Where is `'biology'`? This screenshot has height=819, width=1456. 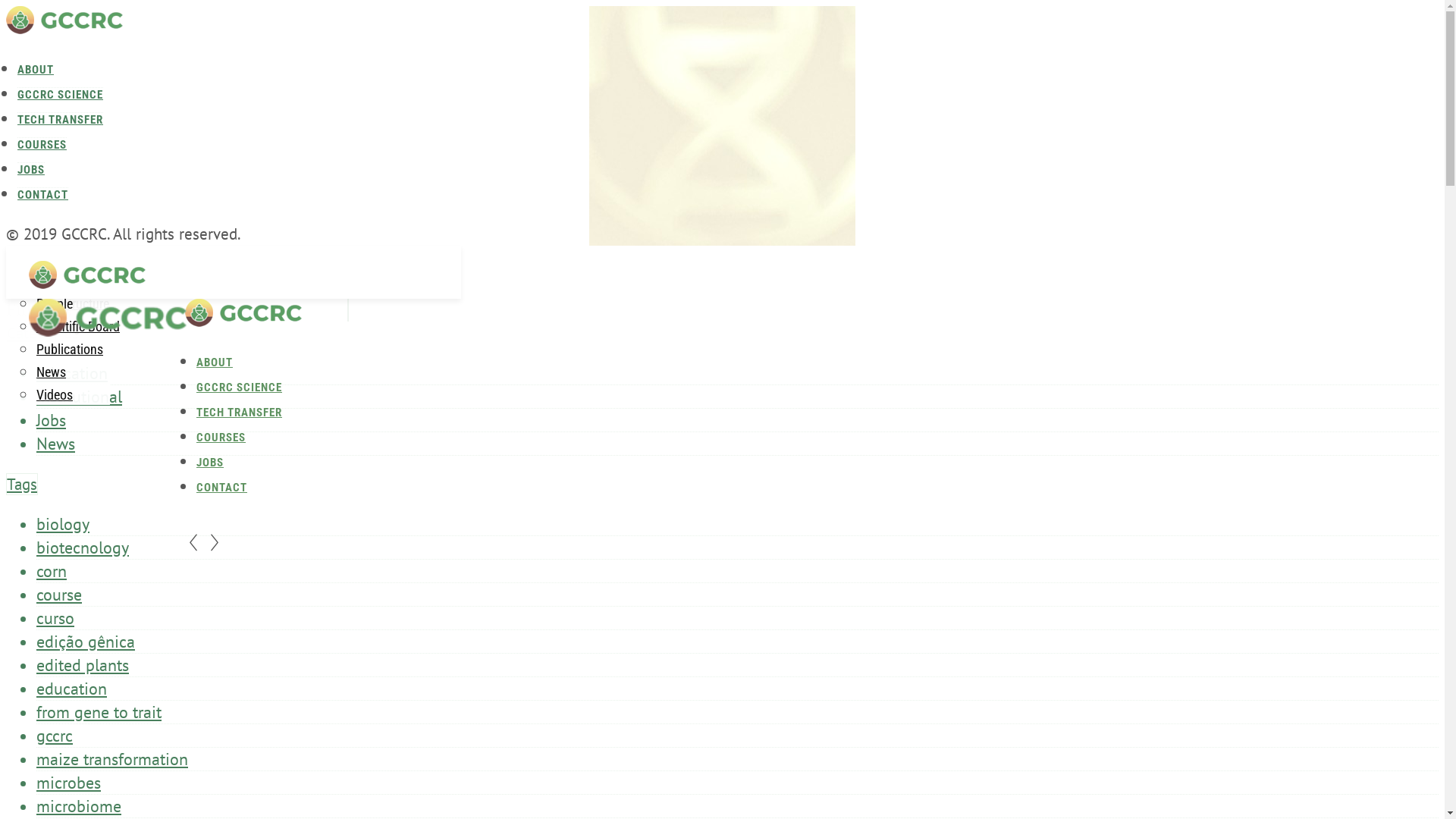 'biology' is located at coordinates (61, 522).